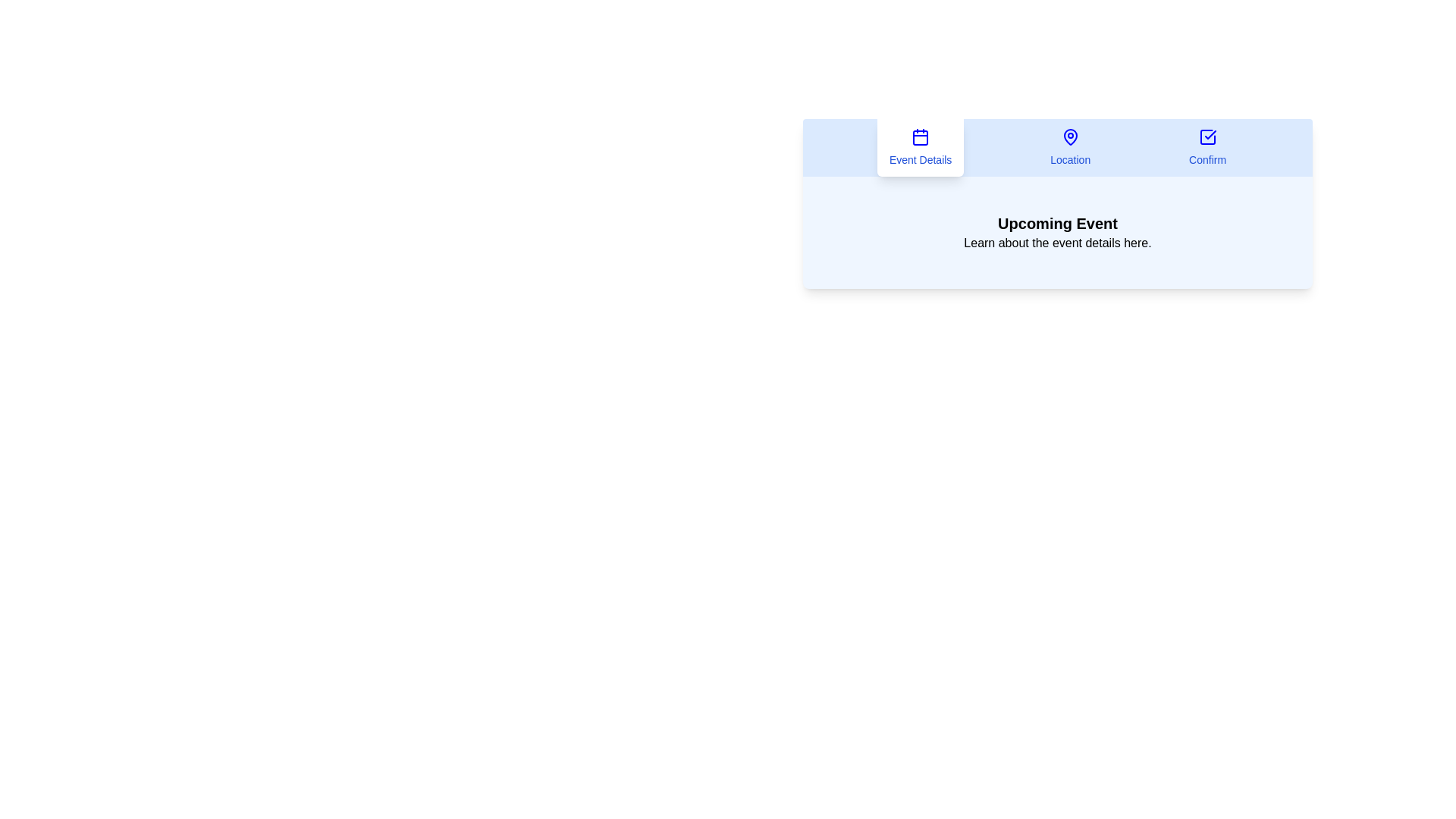 This screenshot has width=1456, height=819. What do you see at coordinates (1069, 148) in the screenshot?
I see `the Location tab` at bounding box center [1069, 148].